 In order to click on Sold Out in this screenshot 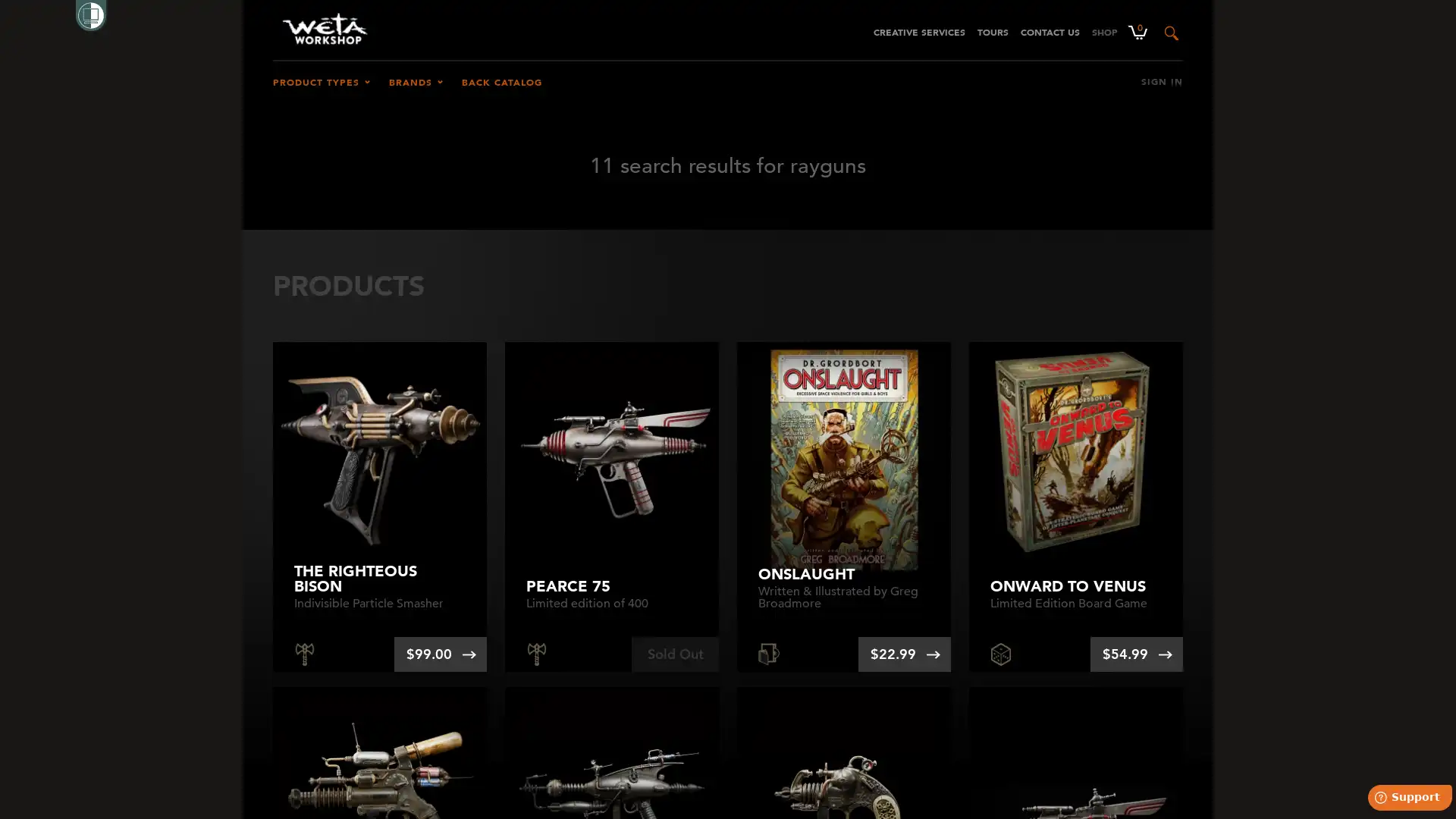, I will do `click(674, 654)`.